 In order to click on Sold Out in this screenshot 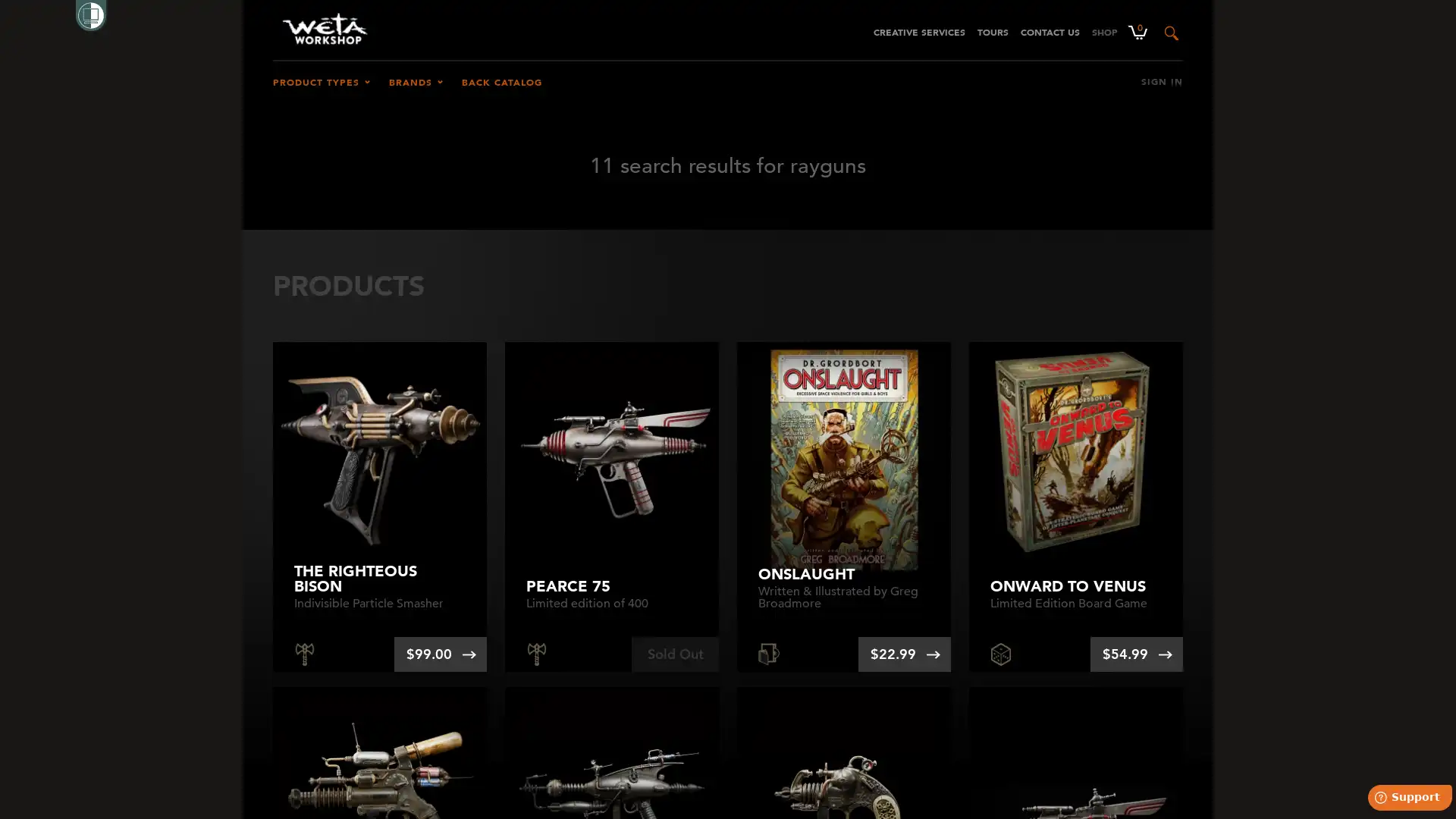, I will do `click(674, 654)`.